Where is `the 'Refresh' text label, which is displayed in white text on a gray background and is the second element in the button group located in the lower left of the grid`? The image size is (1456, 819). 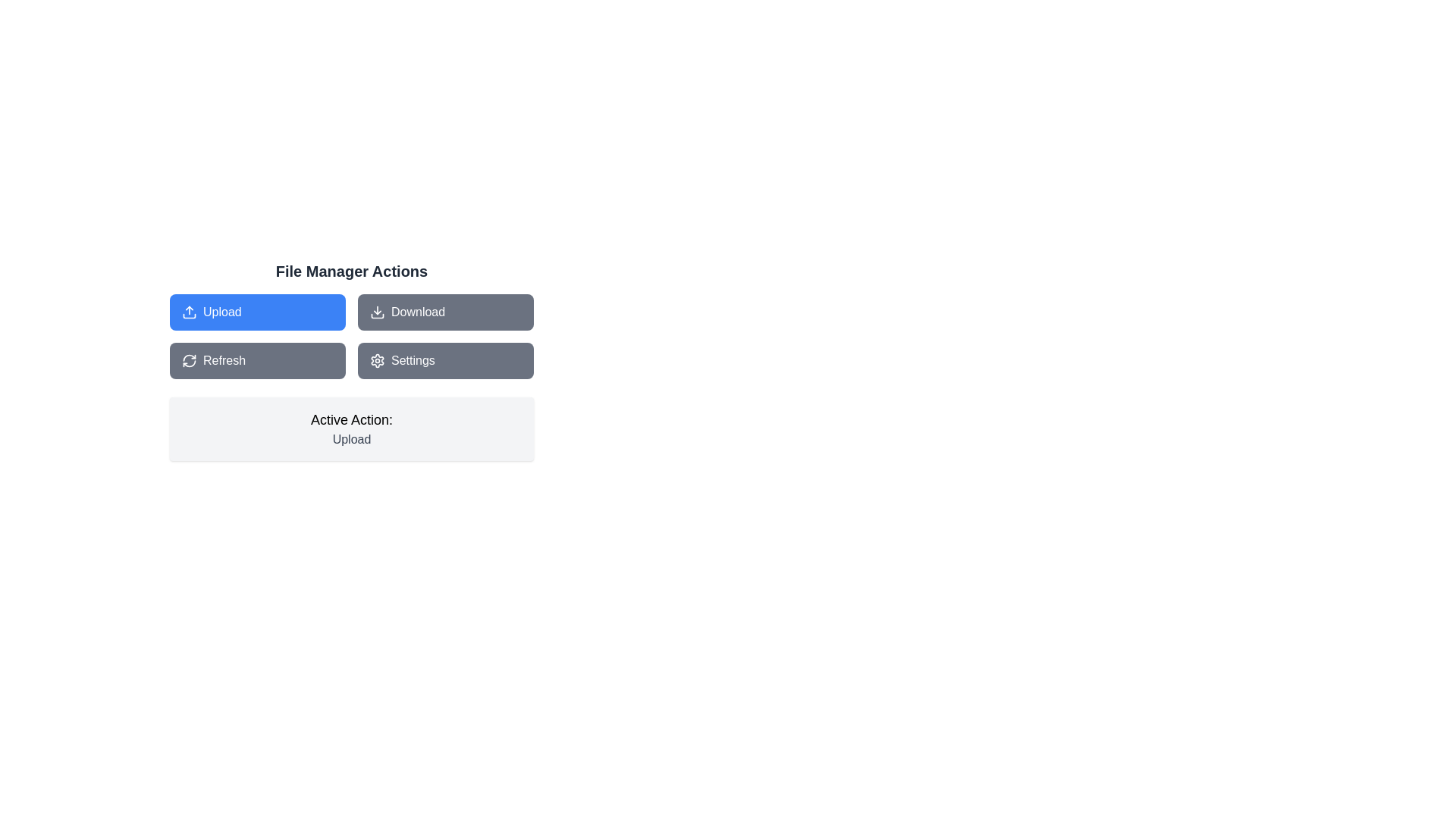 the 'Refresh' text label, which is displayed in white text on a gray background and is the second element in the button group located in the lower left of the grid is located at coordinates (224, 360).